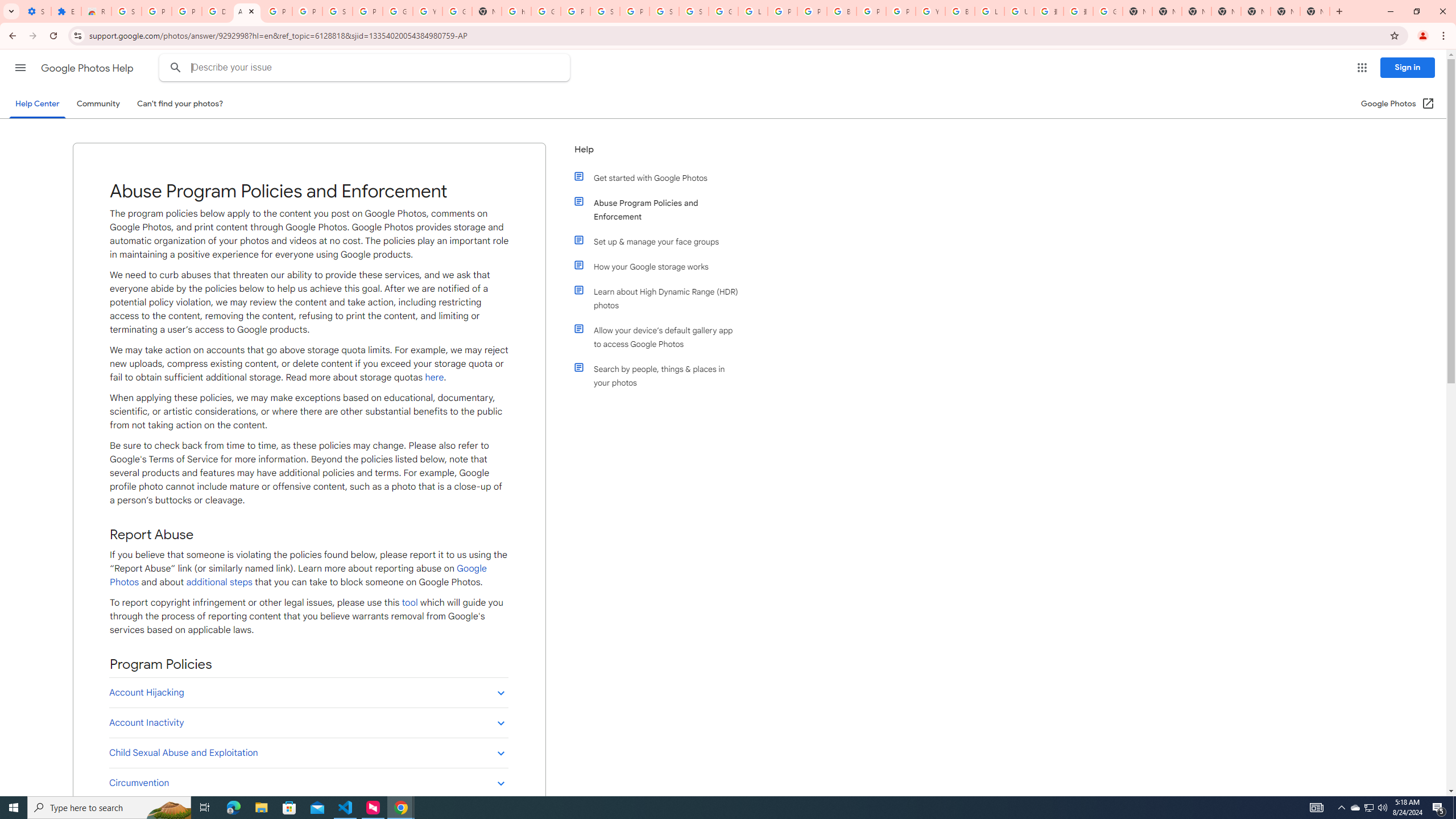 The image size is (1456, 819). Describe the element at coordinates (396, 11) in the screenshot. I see `'Google Account'` at that location.